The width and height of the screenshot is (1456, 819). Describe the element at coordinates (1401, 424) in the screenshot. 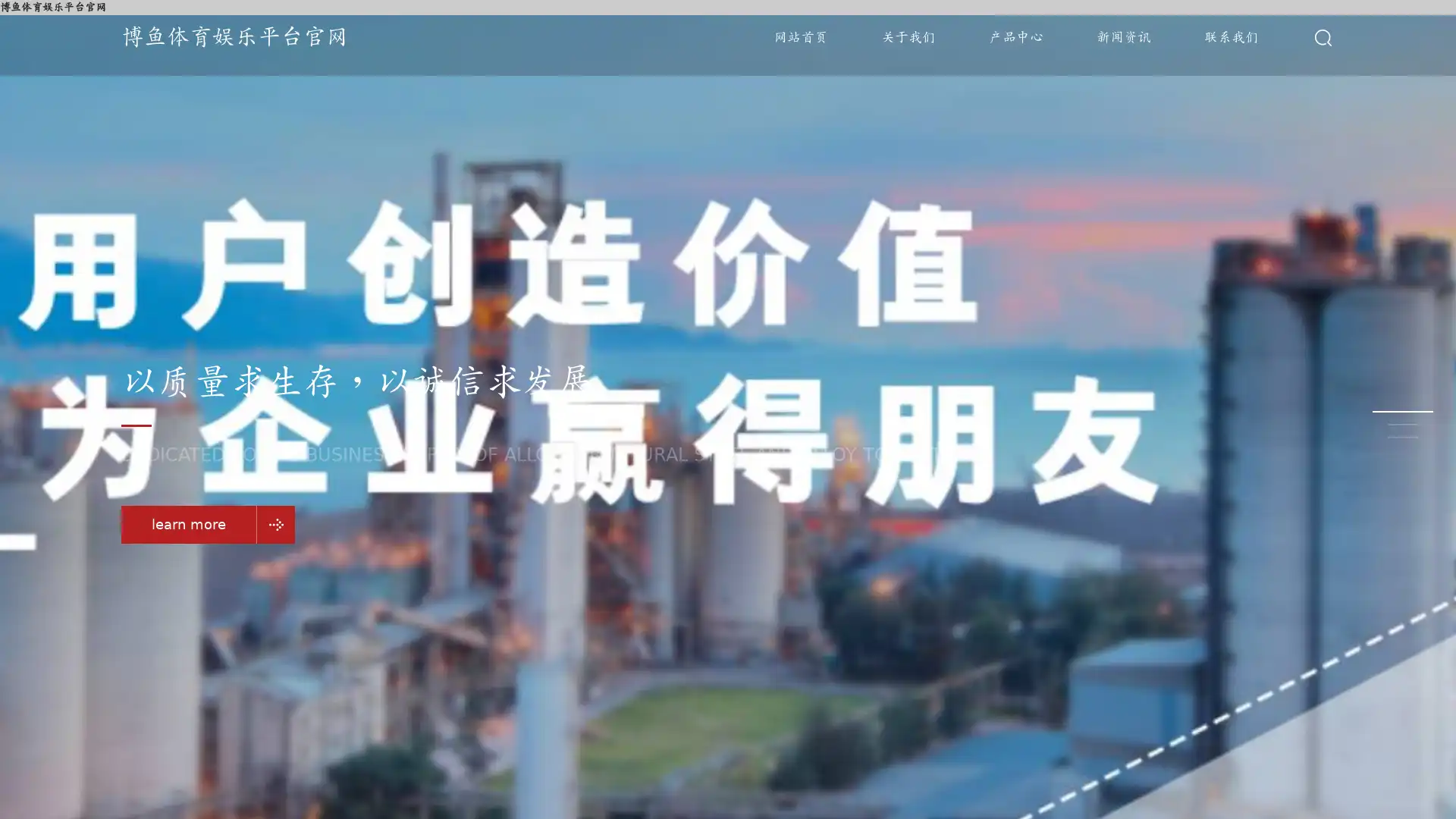

I see `Go to slide 2` at that location.